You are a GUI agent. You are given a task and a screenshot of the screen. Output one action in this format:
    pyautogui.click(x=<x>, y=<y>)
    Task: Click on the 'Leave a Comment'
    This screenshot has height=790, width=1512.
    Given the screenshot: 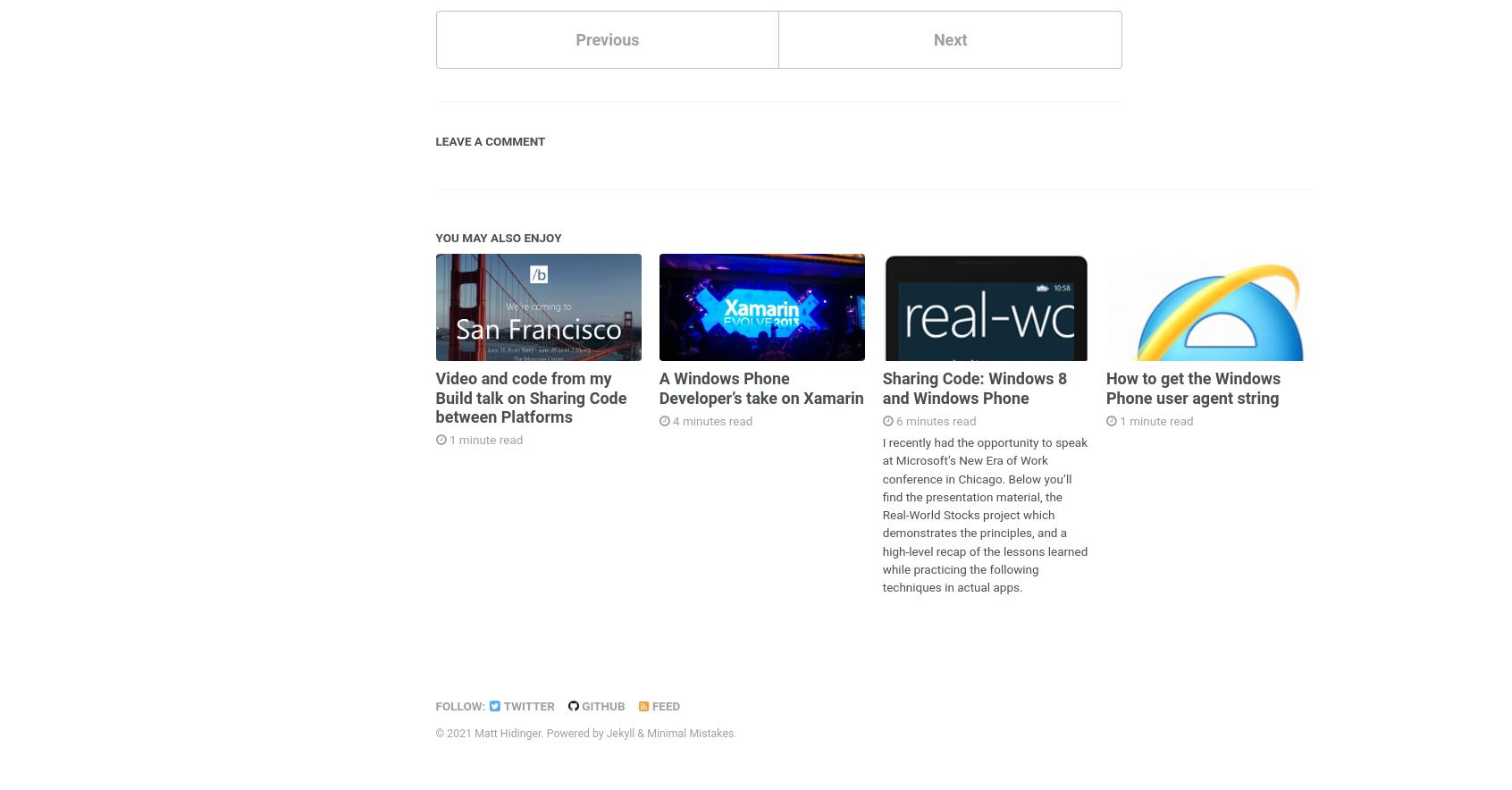 What is the action you would take?
    pyautogui.click(x=433, y=139)
    